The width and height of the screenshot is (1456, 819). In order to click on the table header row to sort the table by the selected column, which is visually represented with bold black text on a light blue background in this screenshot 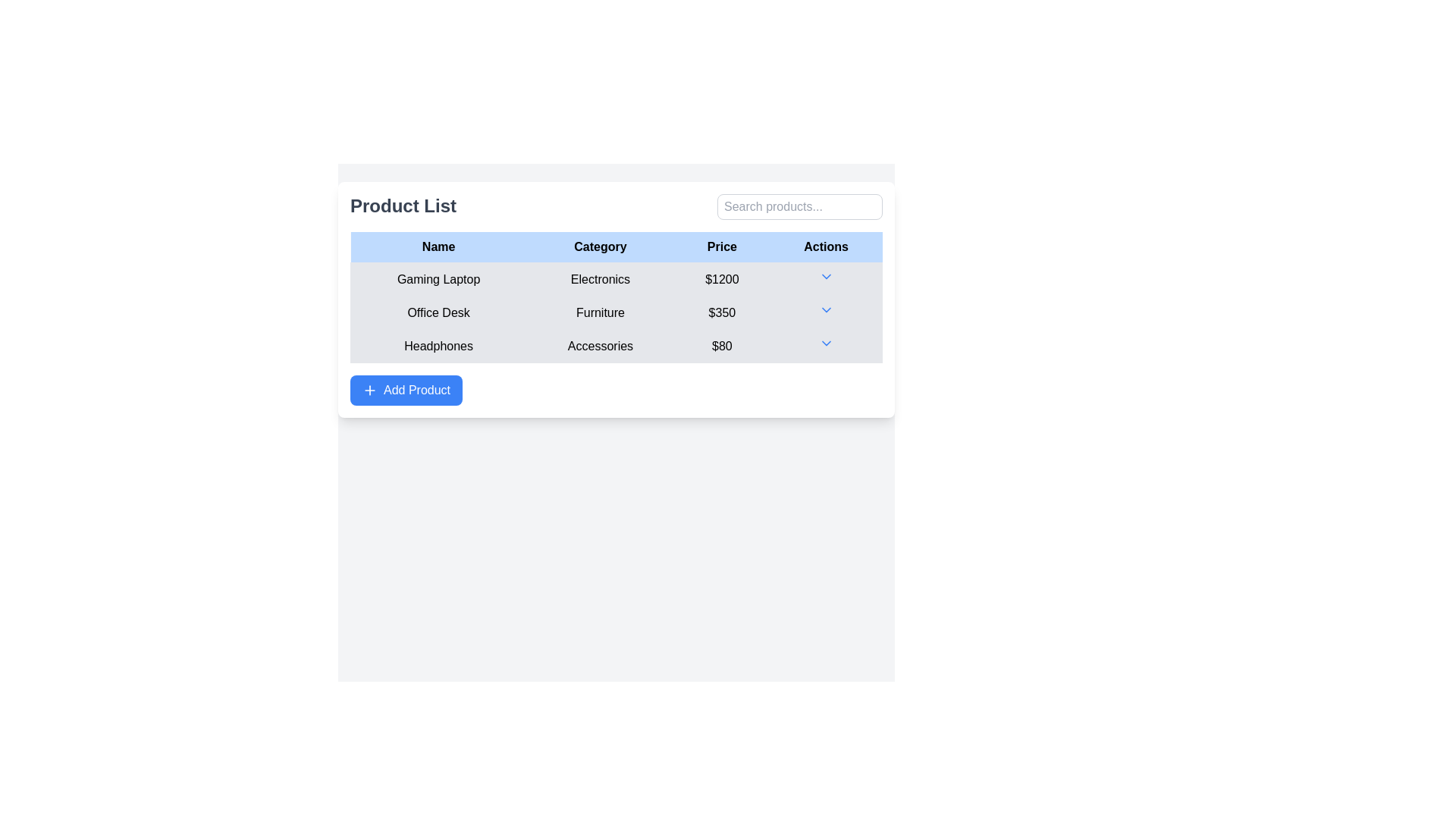, I will do `click(616, 246)`.